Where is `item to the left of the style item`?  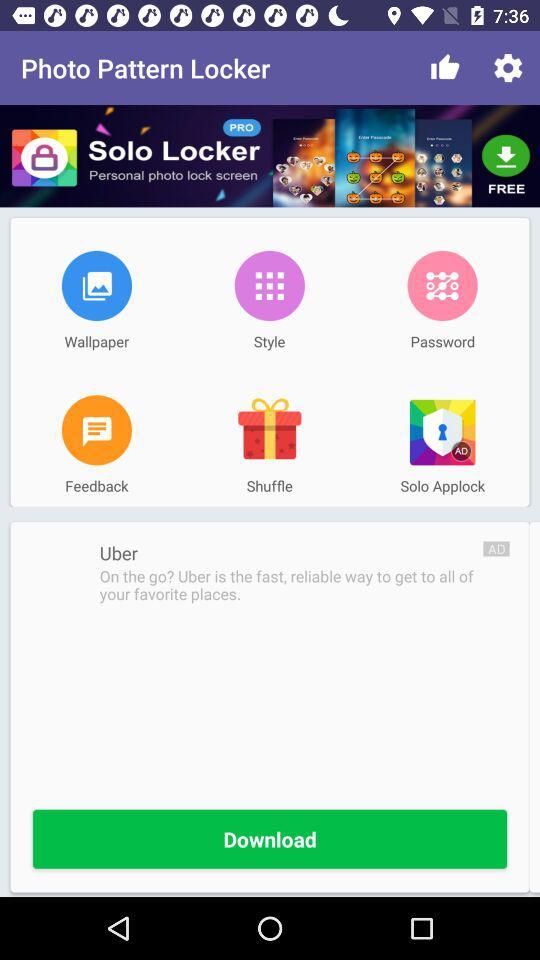
item to the left of the style item is located at coordinates (95, 284).